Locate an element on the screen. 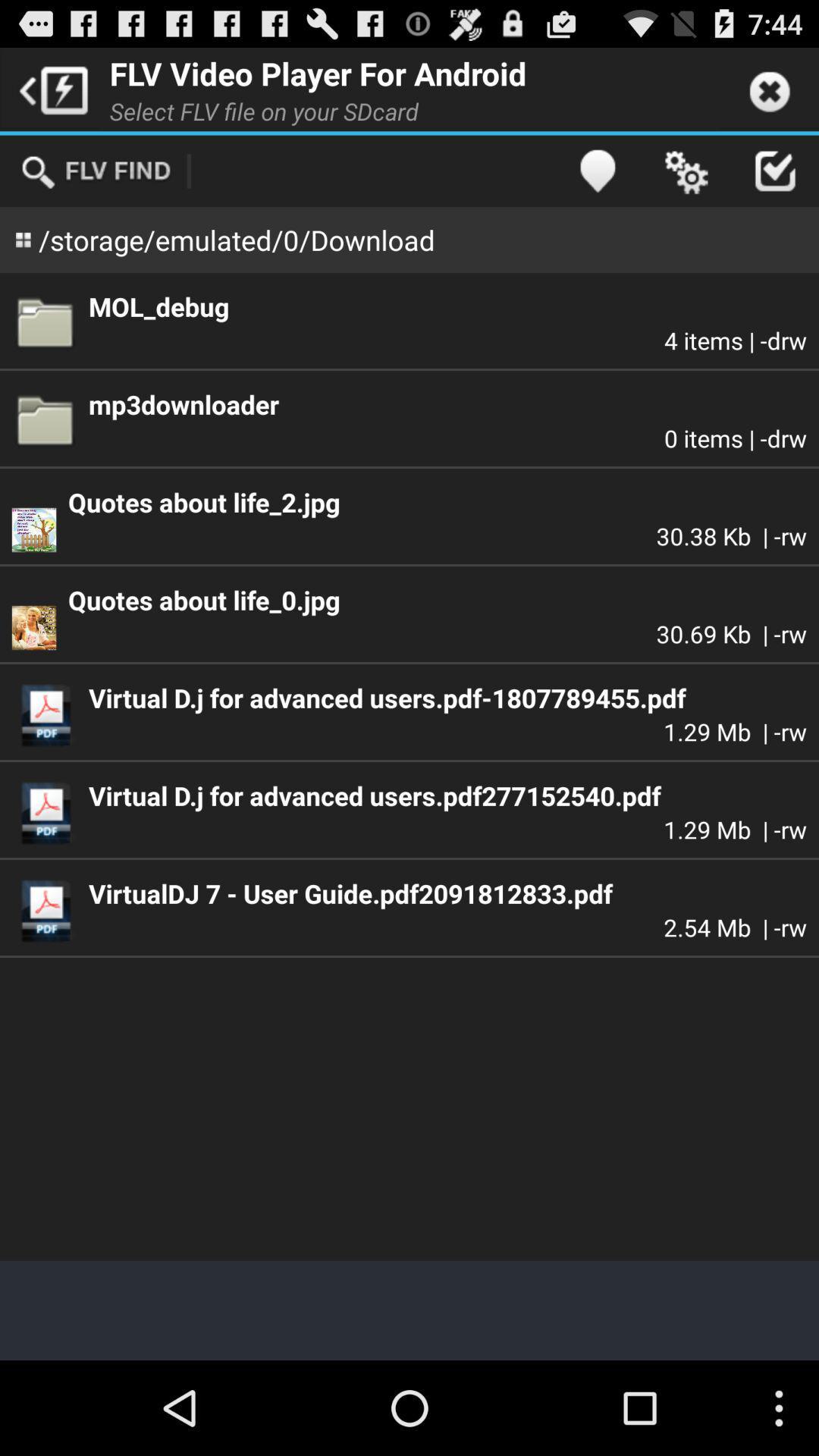 This screenshot has height=1456, width=819. the settings icon is located at coordinates (686, 182).